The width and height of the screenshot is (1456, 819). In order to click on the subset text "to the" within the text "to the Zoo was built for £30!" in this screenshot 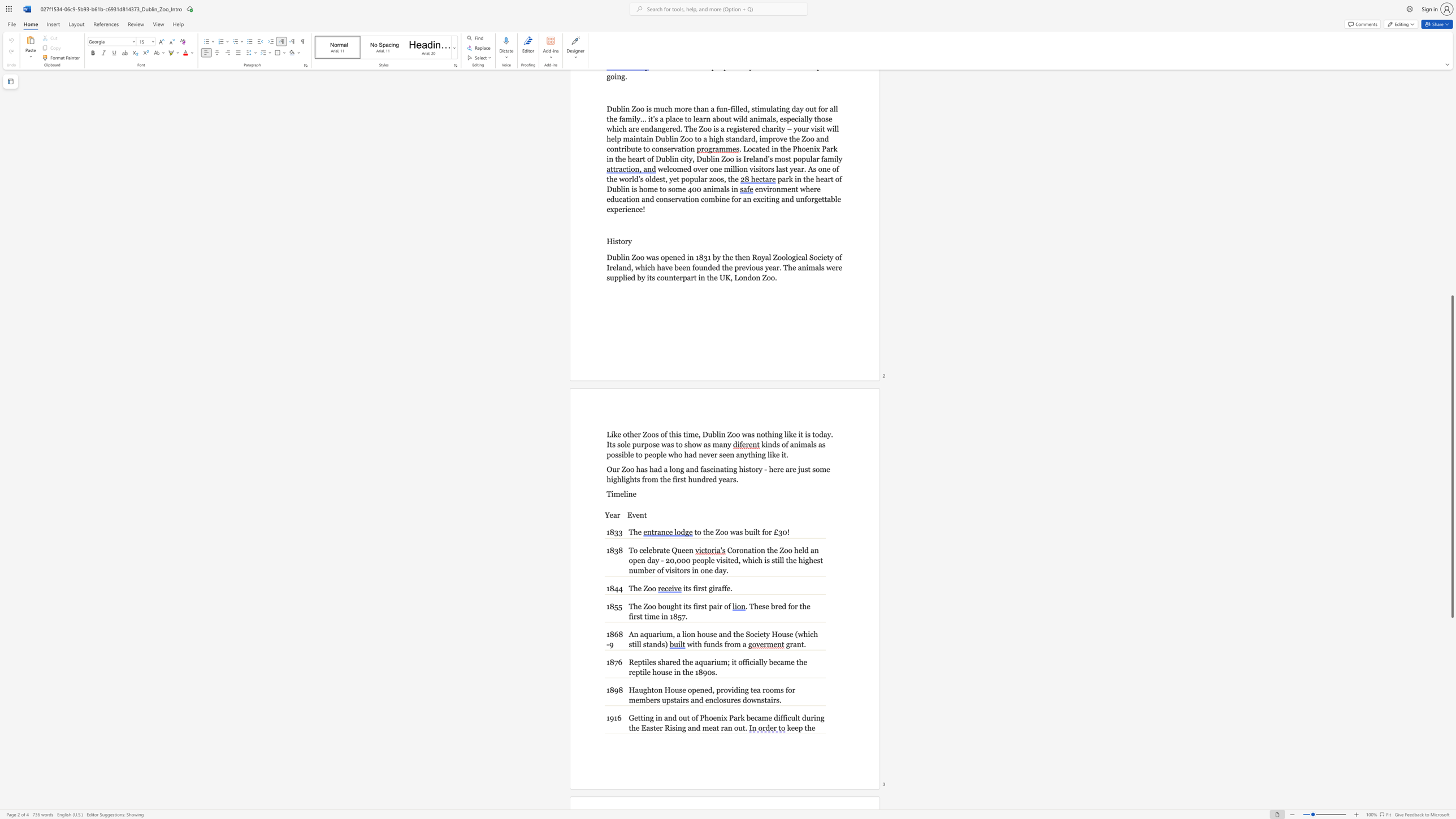, I will do `click(694, 532)`.